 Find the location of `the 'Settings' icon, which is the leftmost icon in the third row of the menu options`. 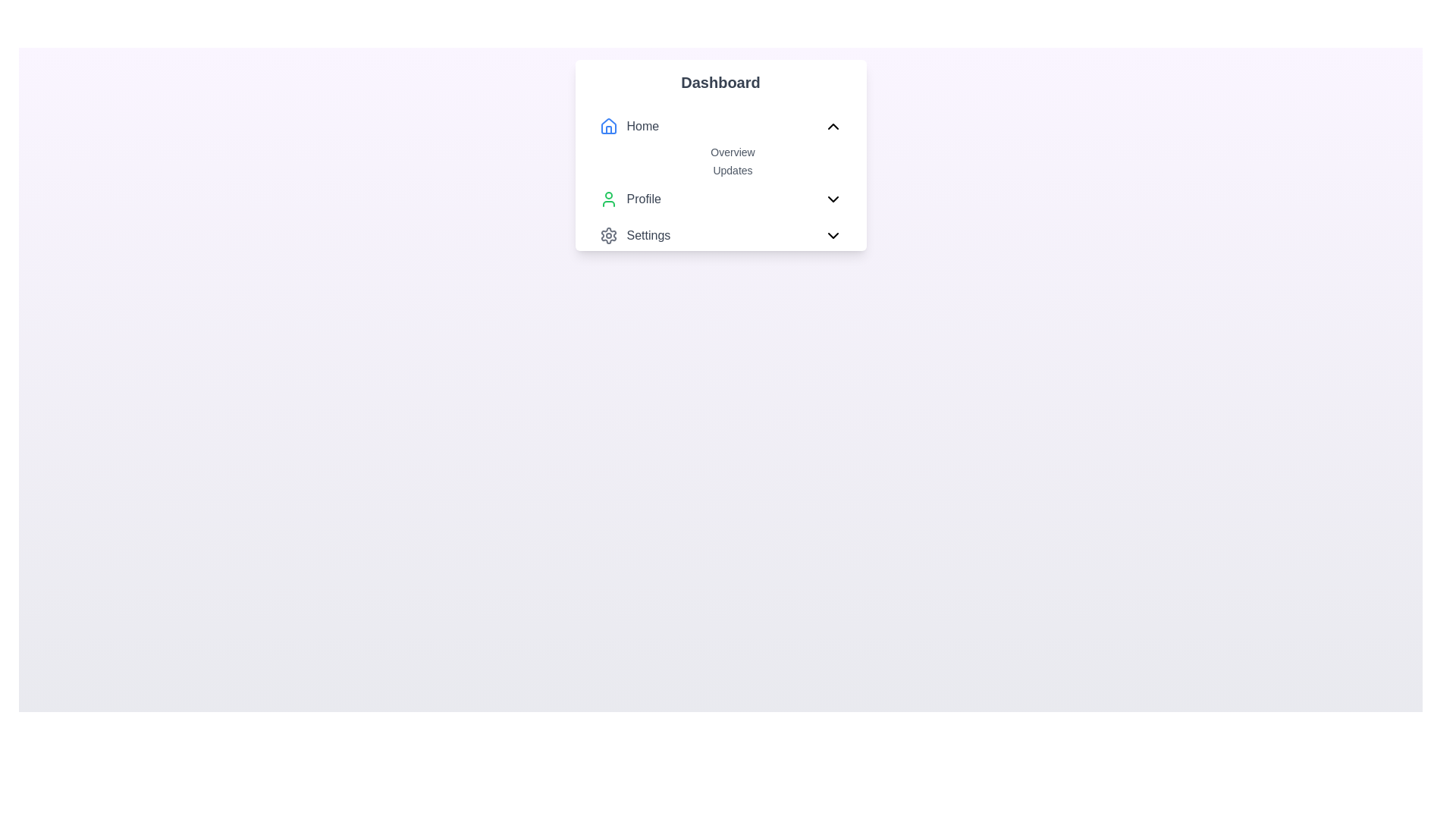

the 'Settings' icon, which is the leftmost icon in the third row of the menu options is located at coordinates (608, 236).